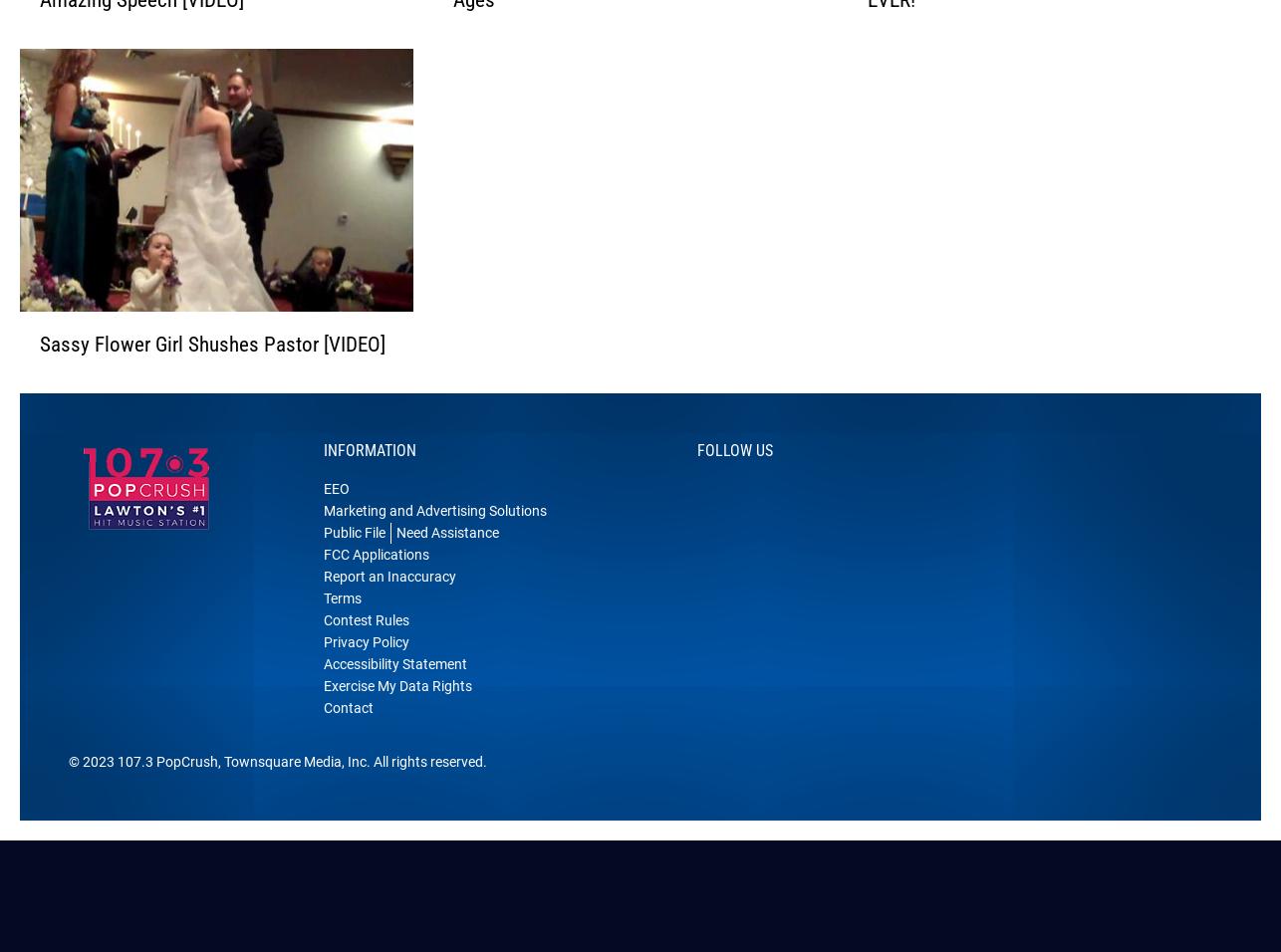 The height and width of the screenshot is (952, 1281). What do you see at coordinates (735, 476) in the screenshot?
I see `'Follow Us'` at bounding box center [735, 476].